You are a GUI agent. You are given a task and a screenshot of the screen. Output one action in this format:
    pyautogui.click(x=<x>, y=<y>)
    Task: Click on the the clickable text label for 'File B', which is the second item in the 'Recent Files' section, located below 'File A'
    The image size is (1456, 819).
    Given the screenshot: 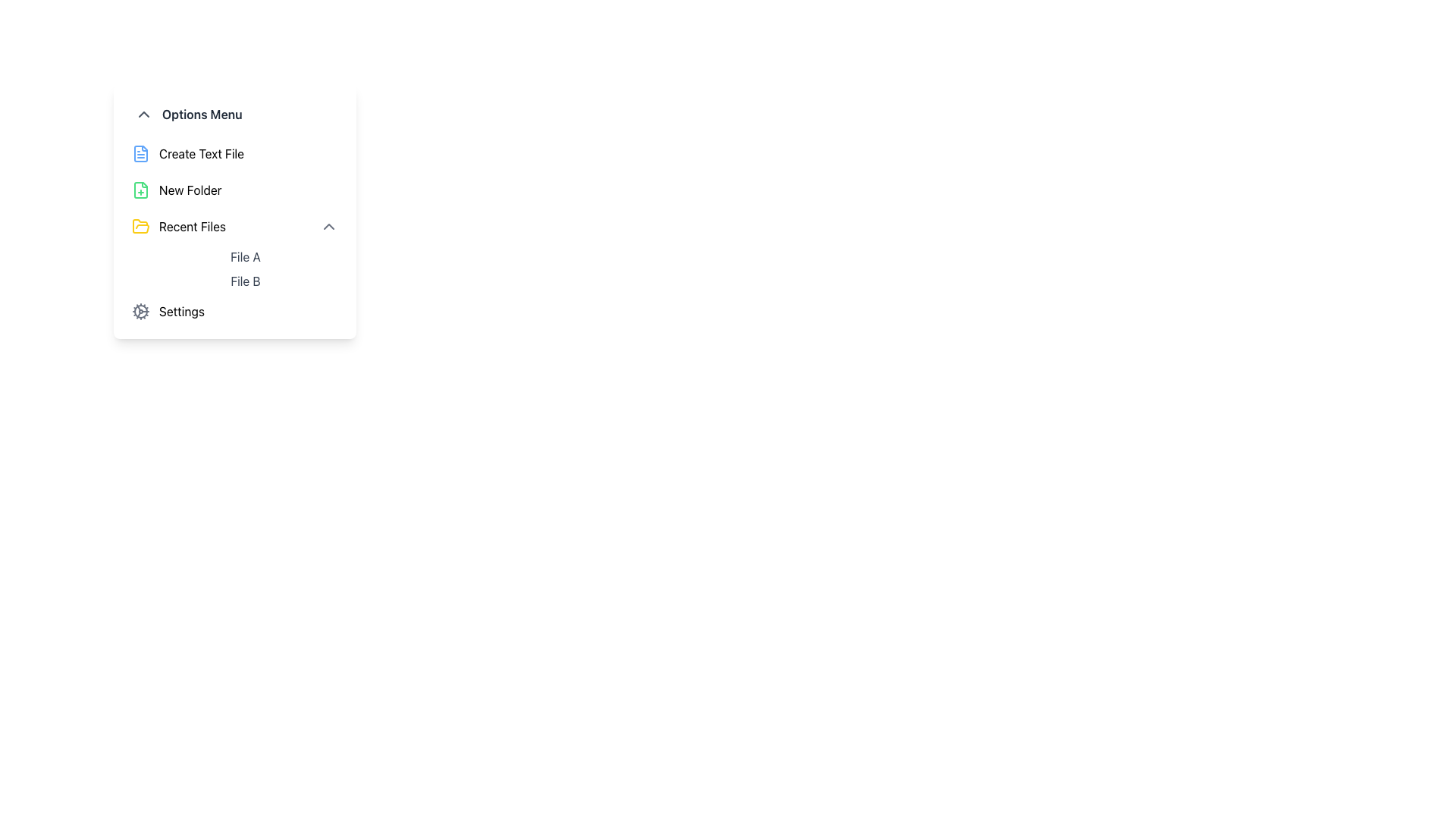 What is the action you would take?
    pyautogui.click(x=246, y=281)
    